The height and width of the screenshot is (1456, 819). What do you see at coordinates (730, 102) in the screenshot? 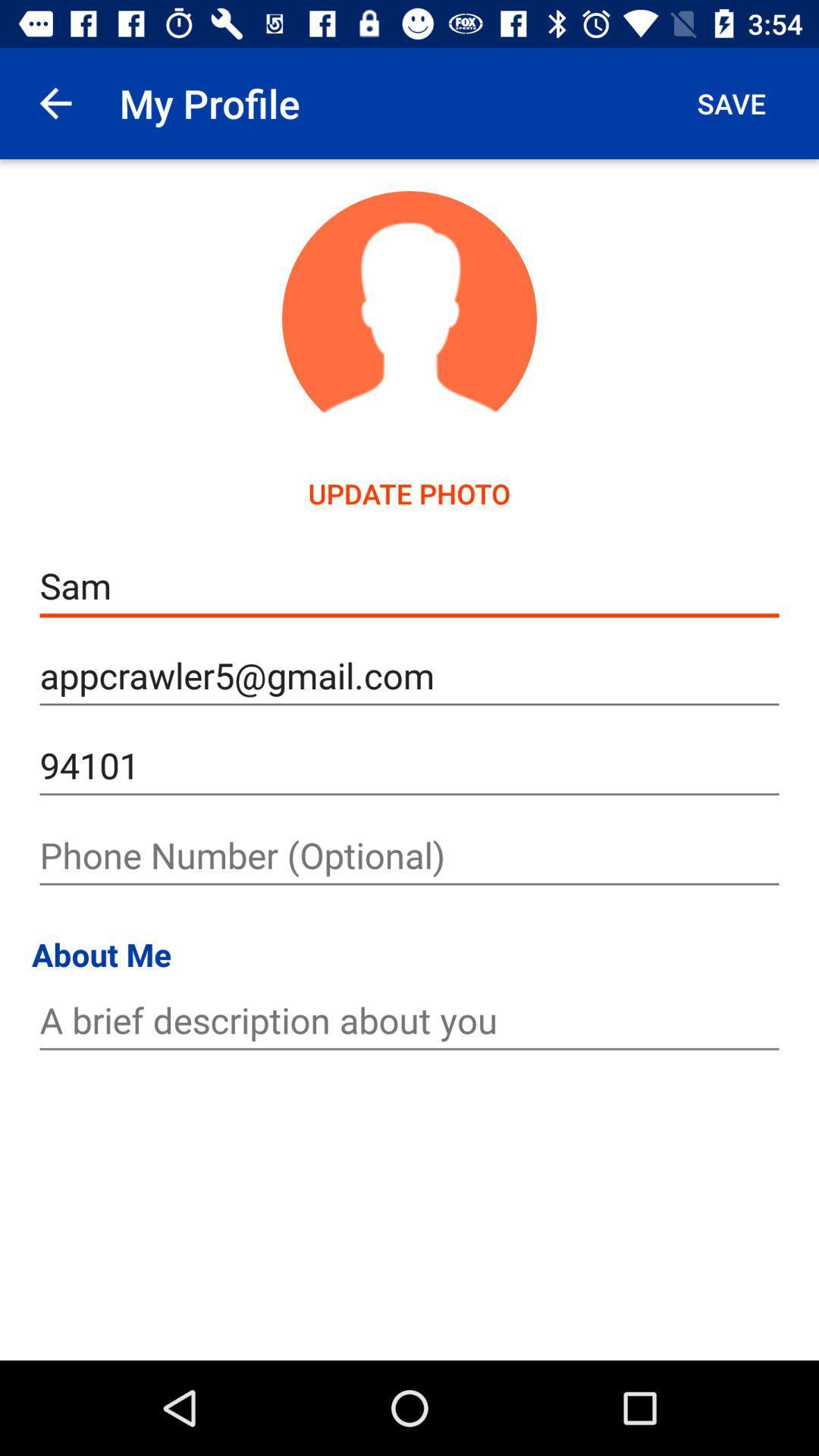
I see `the icon next to my profile item` at bounding box center [730, 102].